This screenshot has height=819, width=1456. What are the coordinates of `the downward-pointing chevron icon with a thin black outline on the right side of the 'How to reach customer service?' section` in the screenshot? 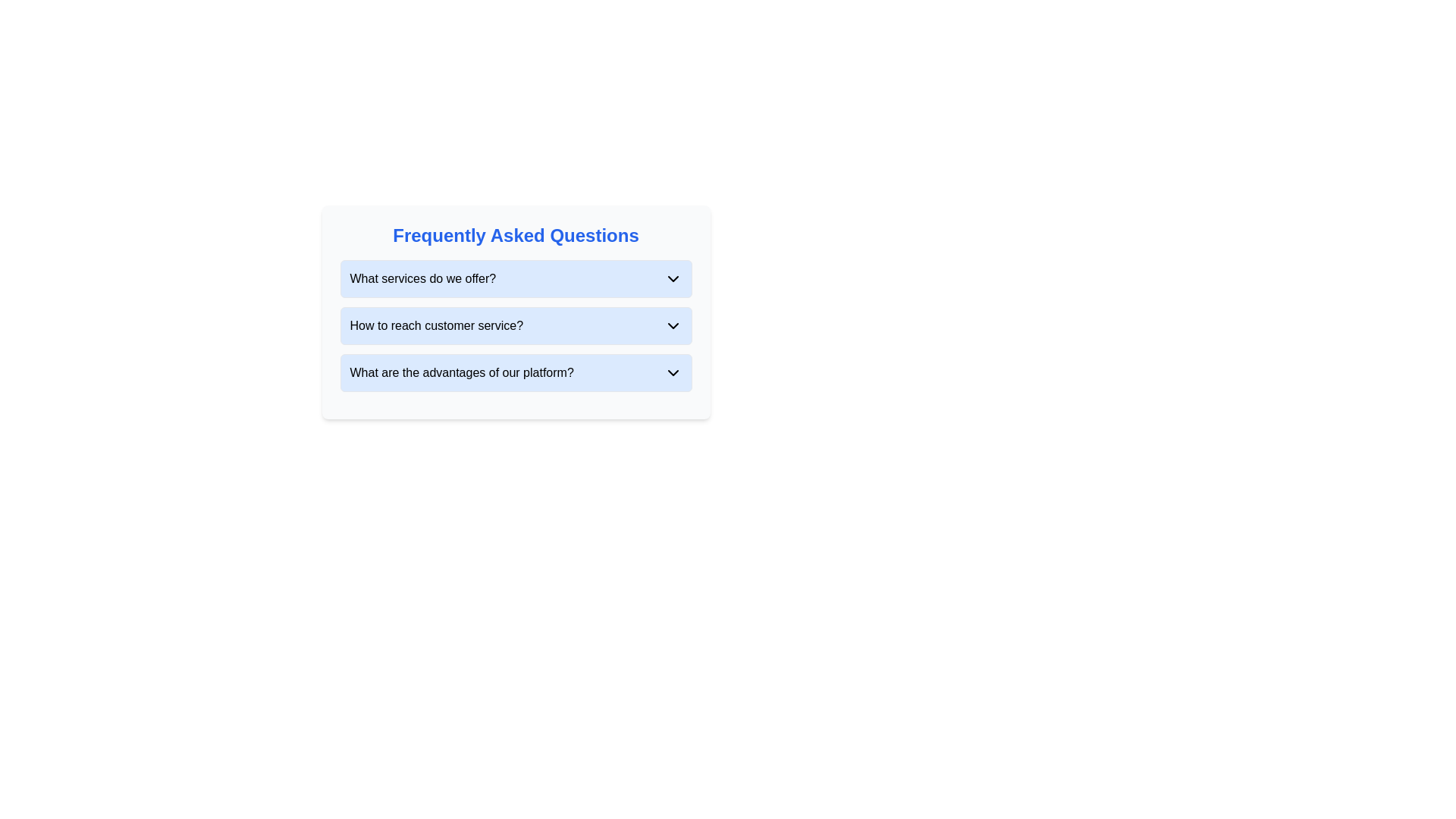 It's located at (672, 325).